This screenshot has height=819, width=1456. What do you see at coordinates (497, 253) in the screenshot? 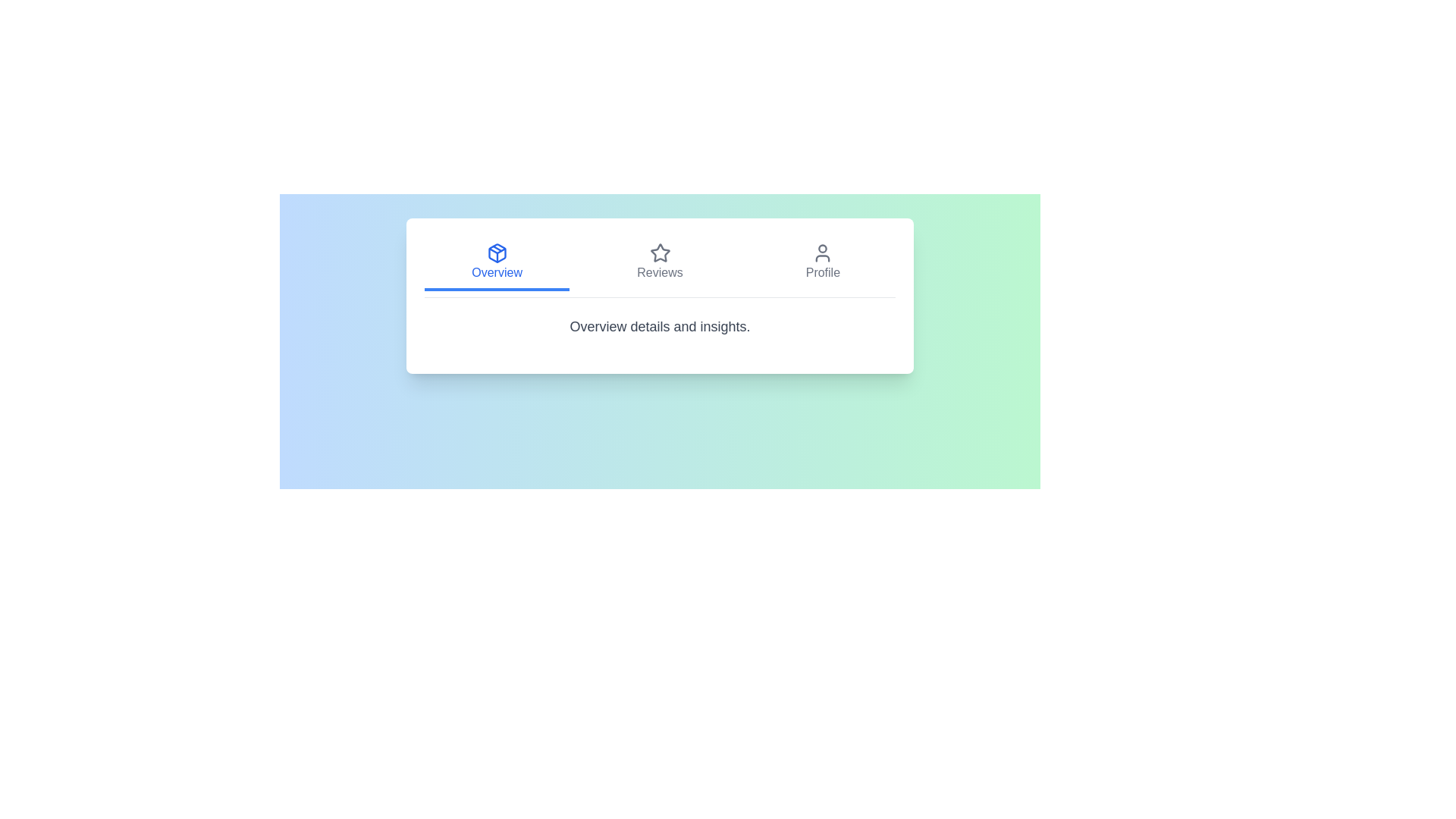
I see `the icon associated with the Overview tab` at bounding box center [497, 253].